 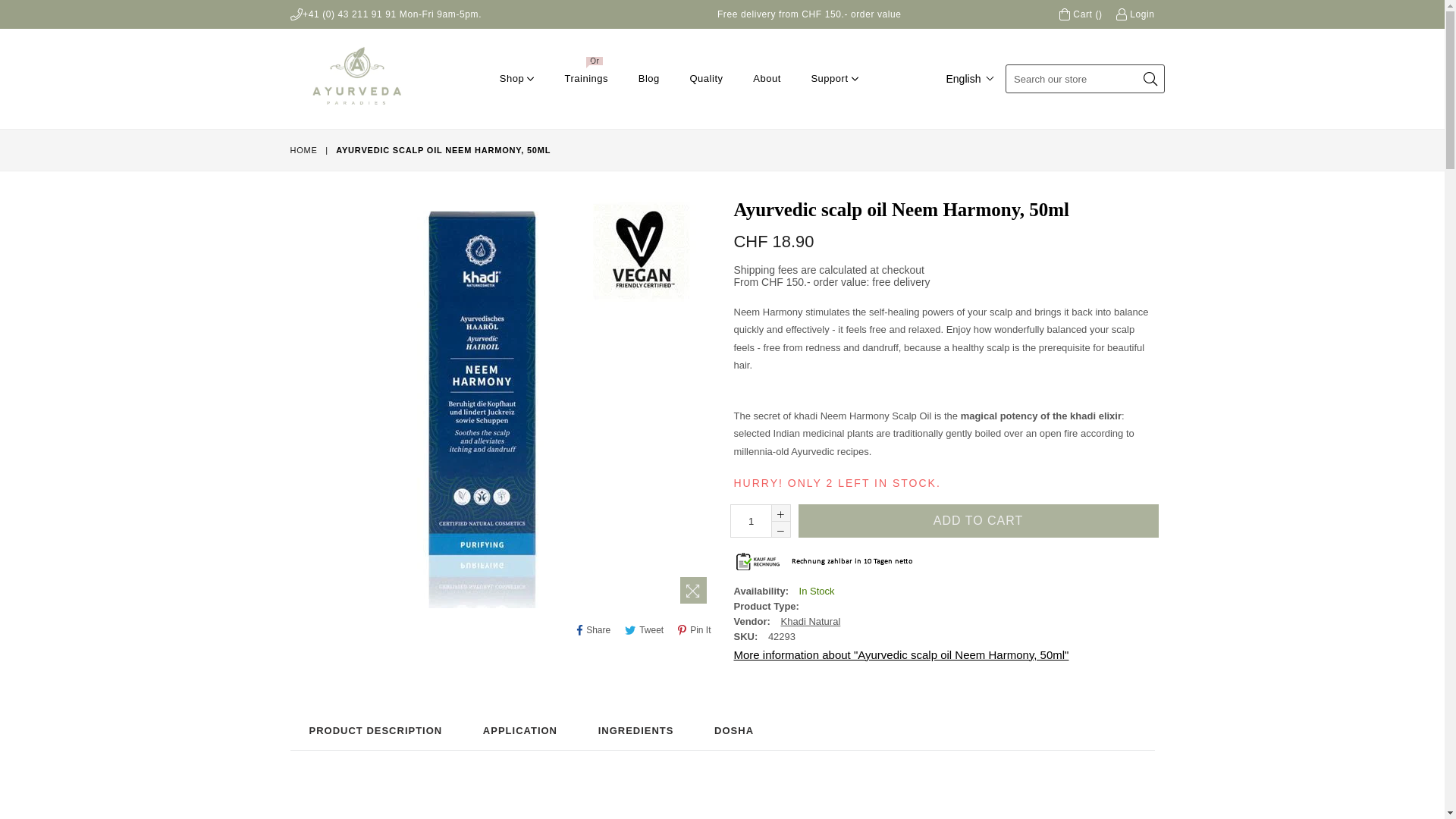 What do you see at coordinates (520, 730) in the screenshot?
I see `'APPLICATION'` at bounding box center [520, 730].